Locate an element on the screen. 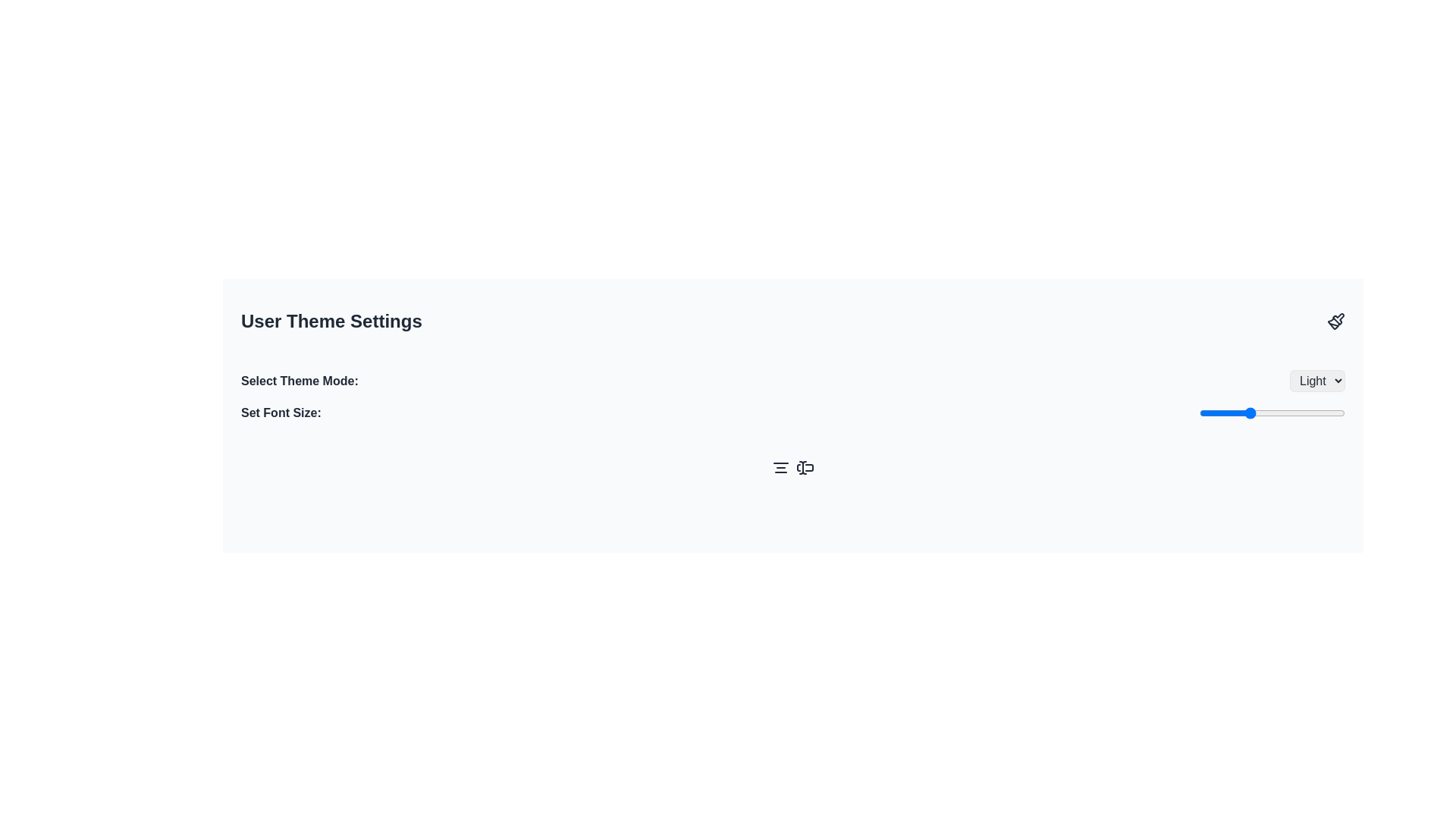  the paintbrush icon located at the top-right corner next to the 'User Theme Settings' title for further interaction is located at coordinates (1335, 321).